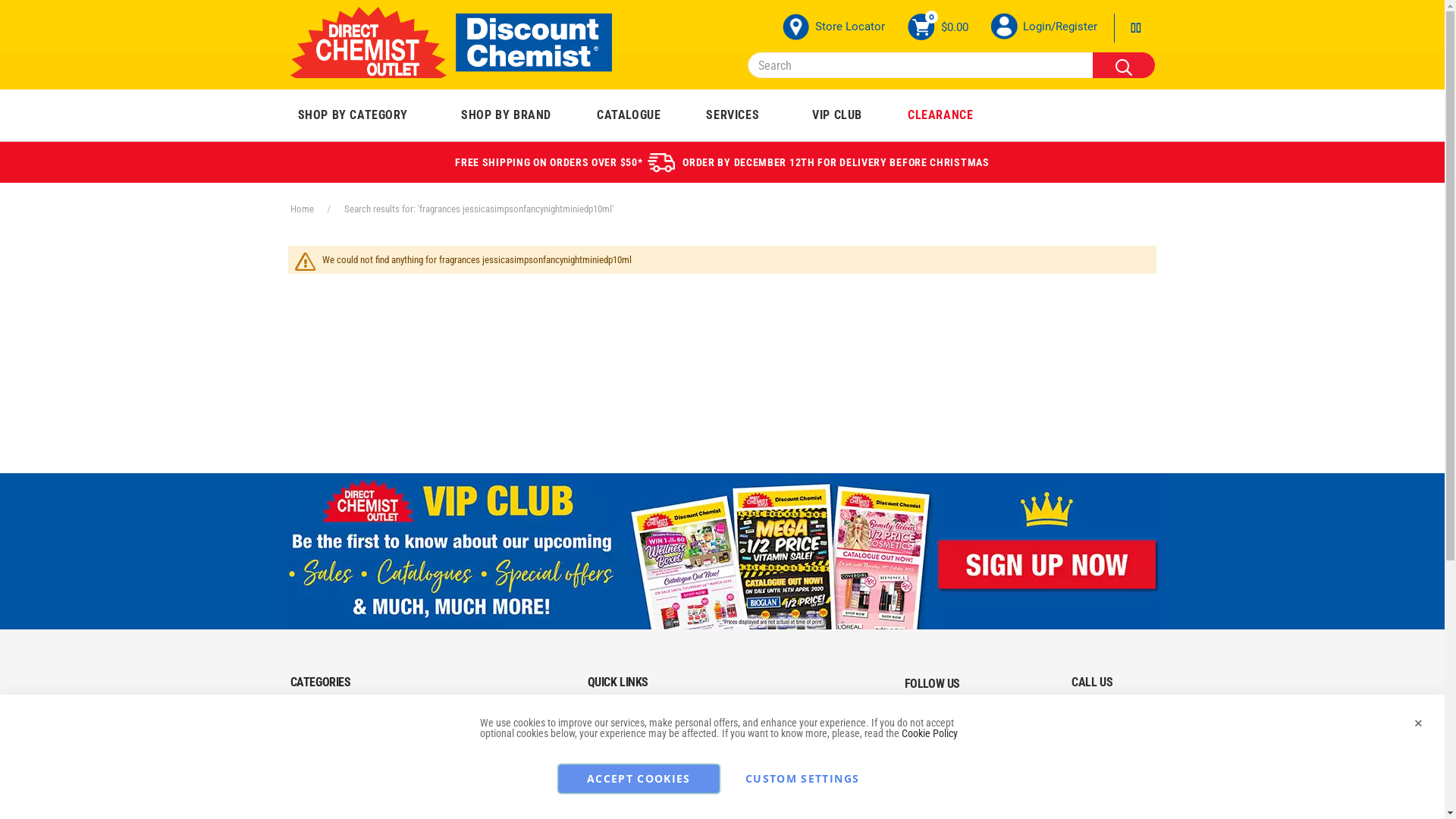 The height and width of the screenshot is (819, 1456). I want to click on 'Home', so click(290, 209).